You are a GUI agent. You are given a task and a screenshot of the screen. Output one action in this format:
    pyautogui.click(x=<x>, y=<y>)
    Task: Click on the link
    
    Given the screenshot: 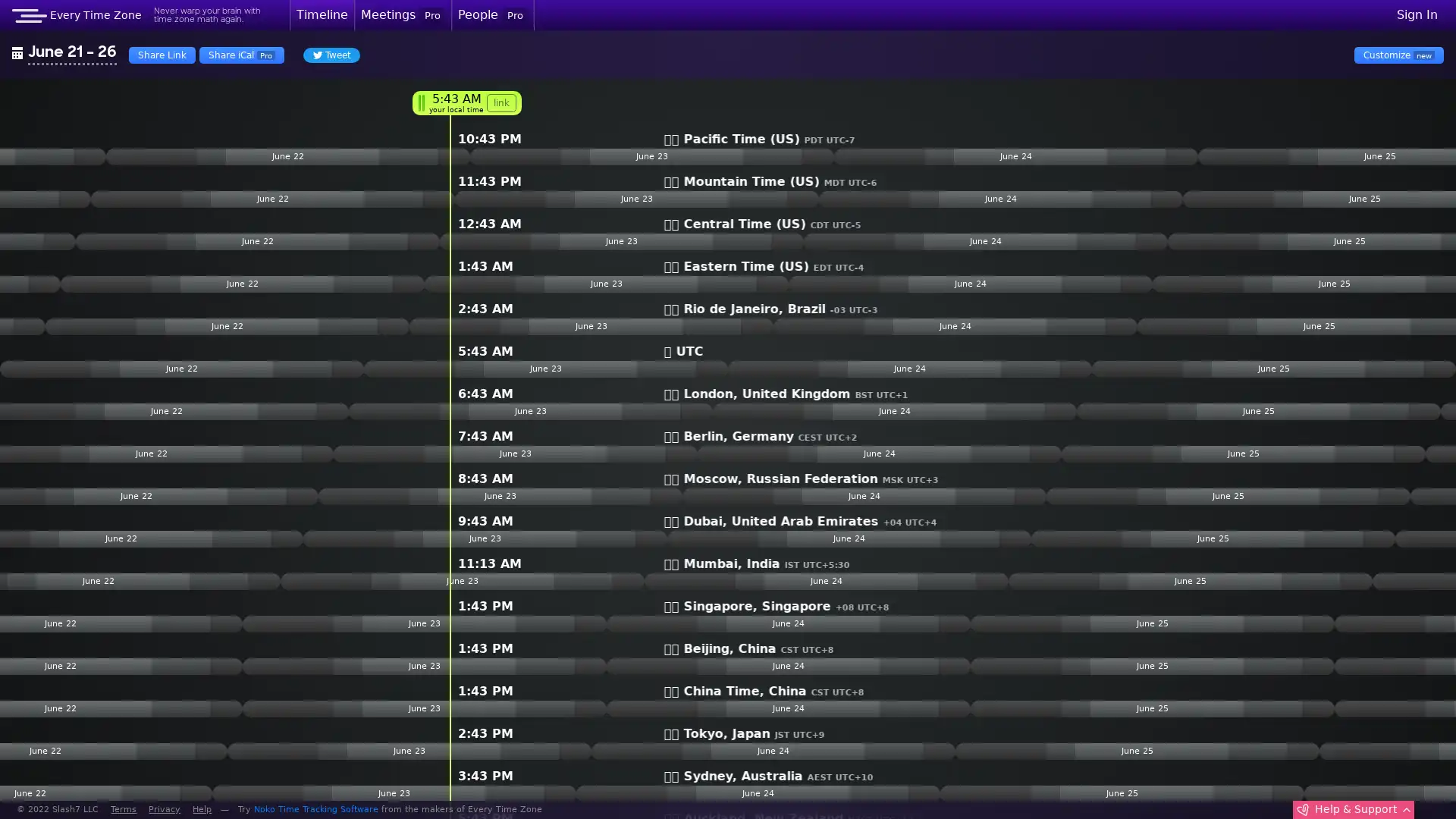 What is the action you would take?
    pyautogui.click(x=501, y=102)
    